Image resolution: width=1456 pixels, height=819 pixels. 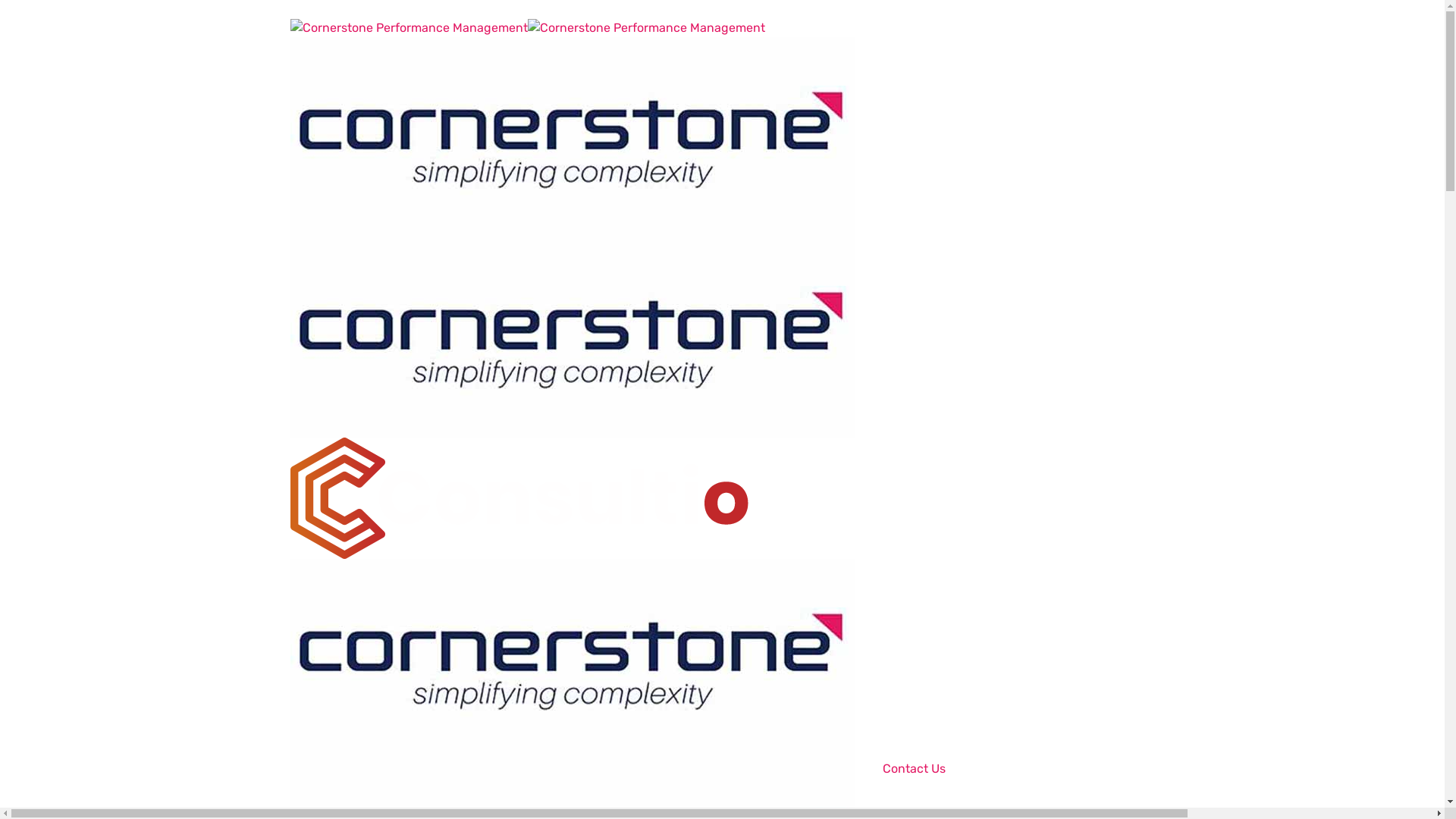 I want to click on 'Cornerstone Performance Management', so click(x=519, y=497).